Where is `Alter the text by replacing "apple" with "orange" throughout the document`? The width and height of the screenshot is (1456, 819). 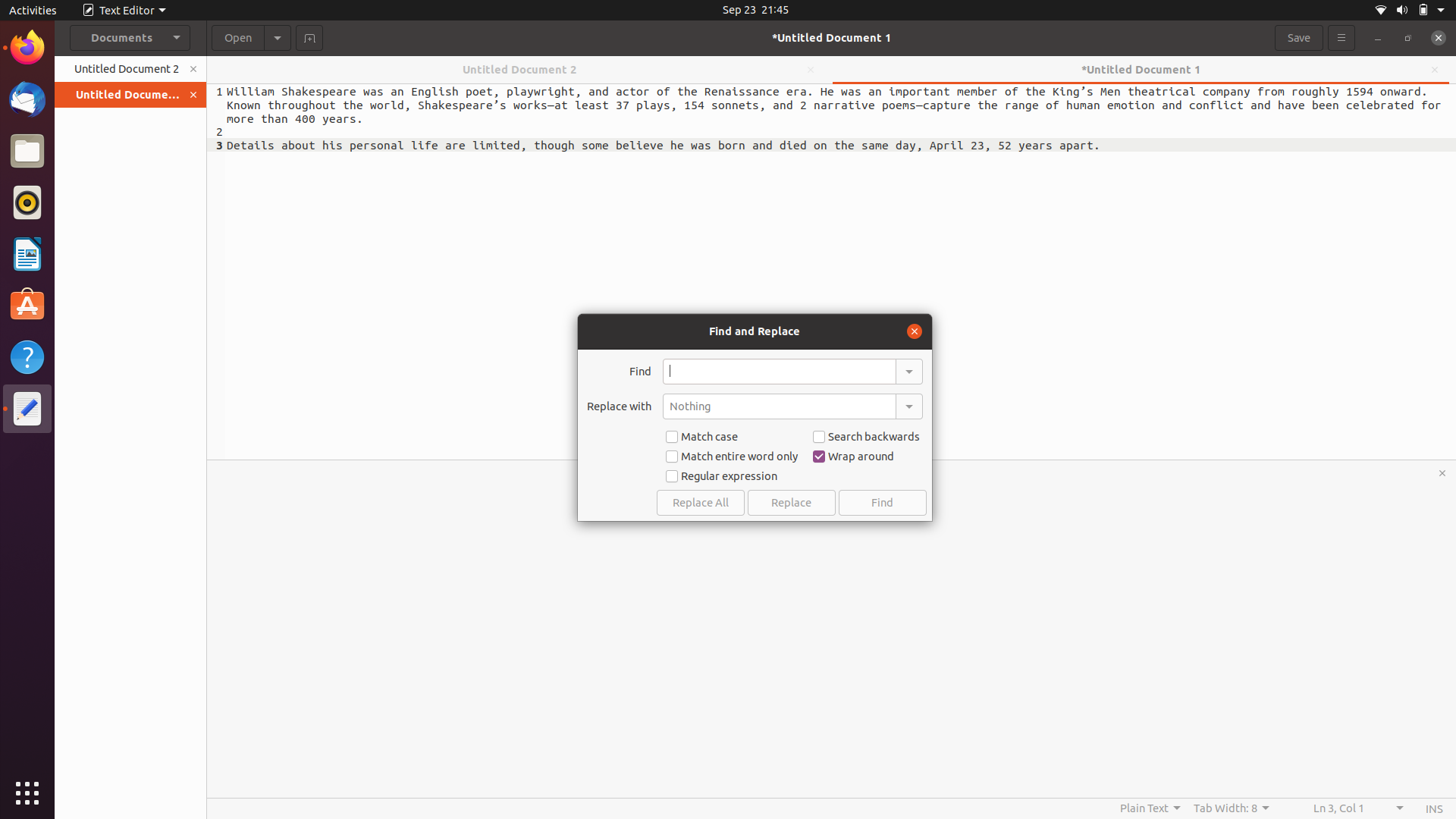 Alter the text by replacing "apple" with "orange" throughout the document is located at coordinates (779, 371).